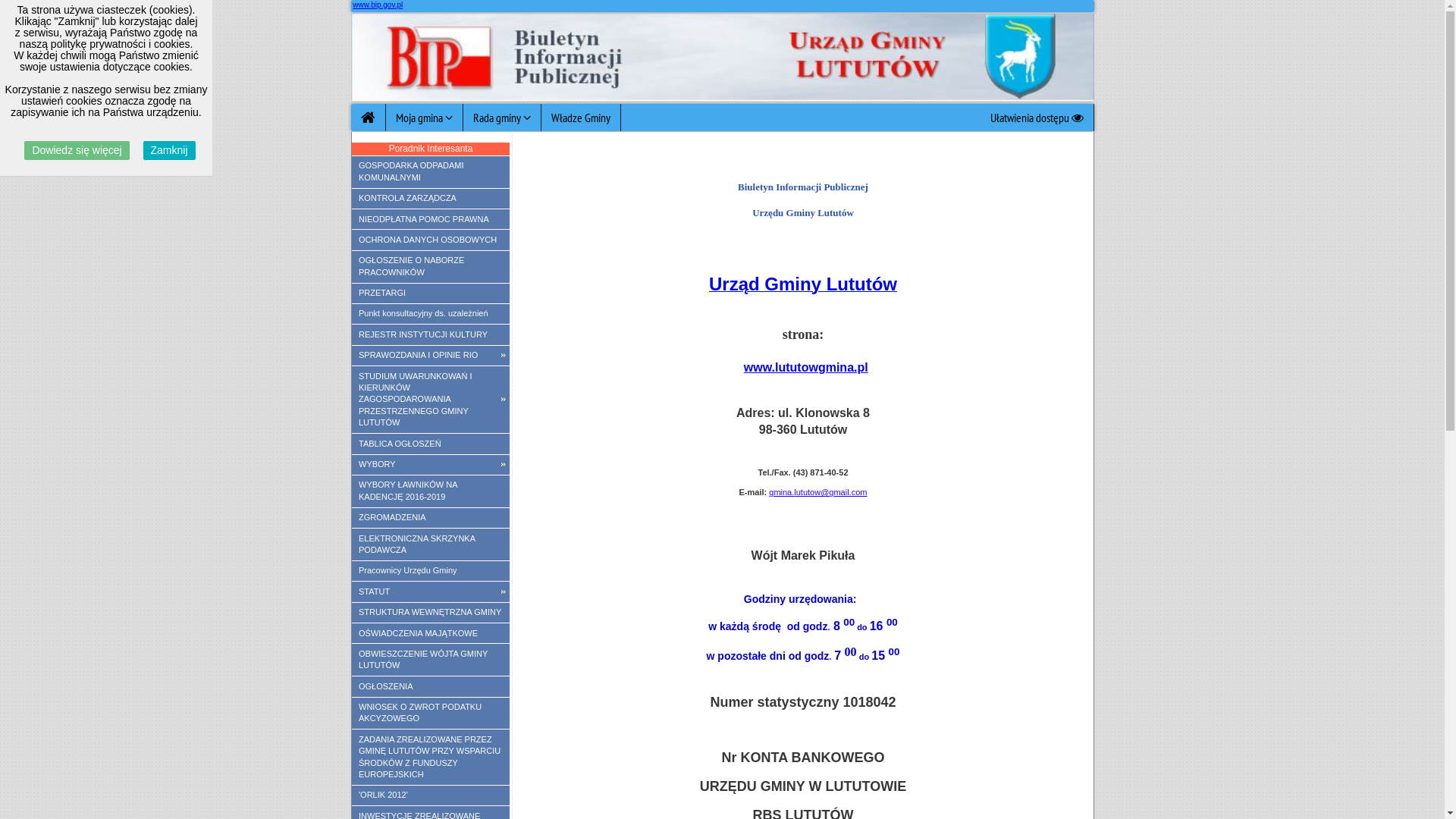 This screenshot has height=819, width=1456. What do you see at coordinates (461, 116) in the screenshot?
I see `'Rada gminy'` at bounding box center [461, 116].